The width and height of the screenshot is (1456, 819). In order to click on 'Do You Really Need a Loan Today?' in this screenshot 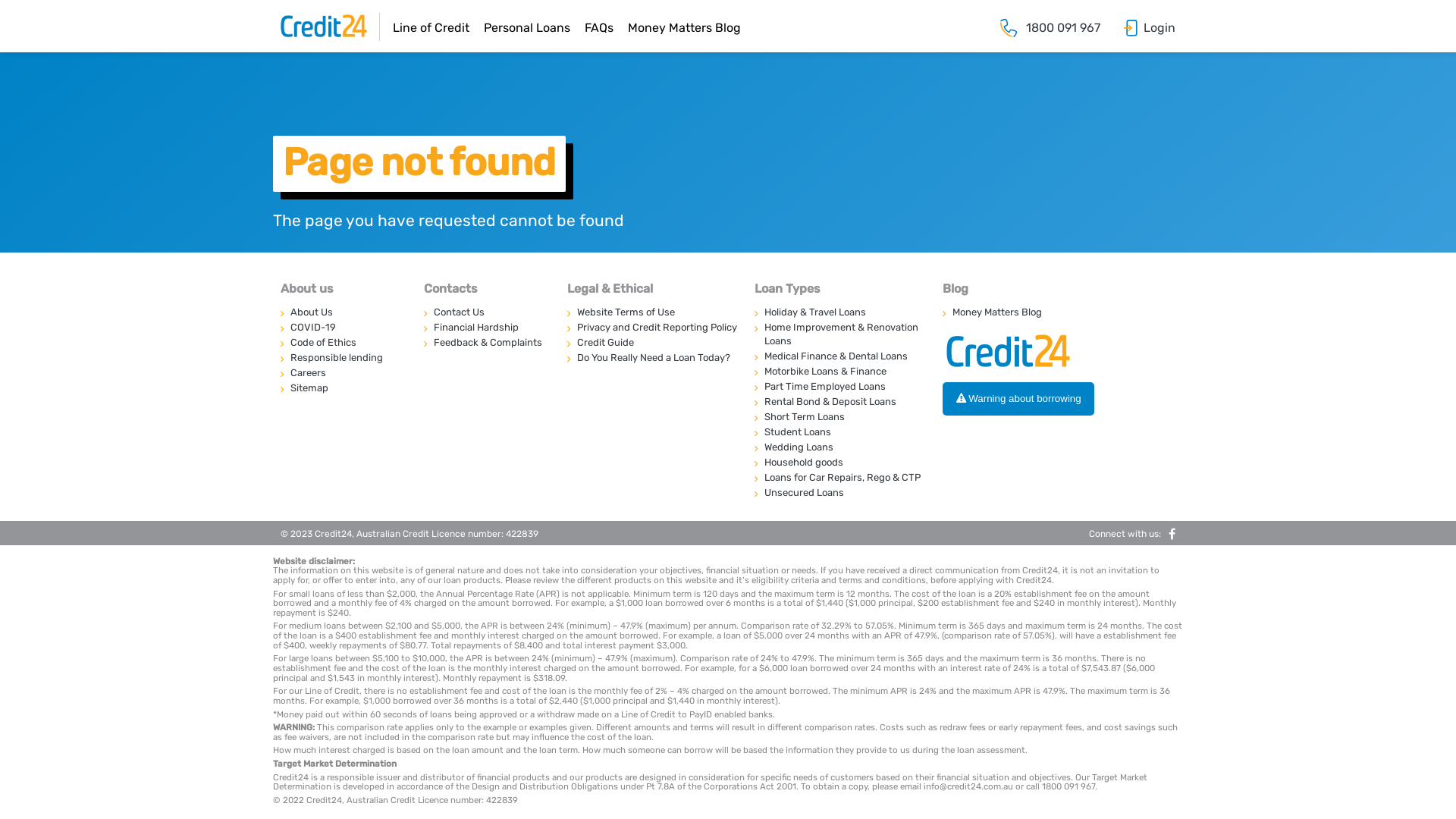, I will do `click(566, 357)`.